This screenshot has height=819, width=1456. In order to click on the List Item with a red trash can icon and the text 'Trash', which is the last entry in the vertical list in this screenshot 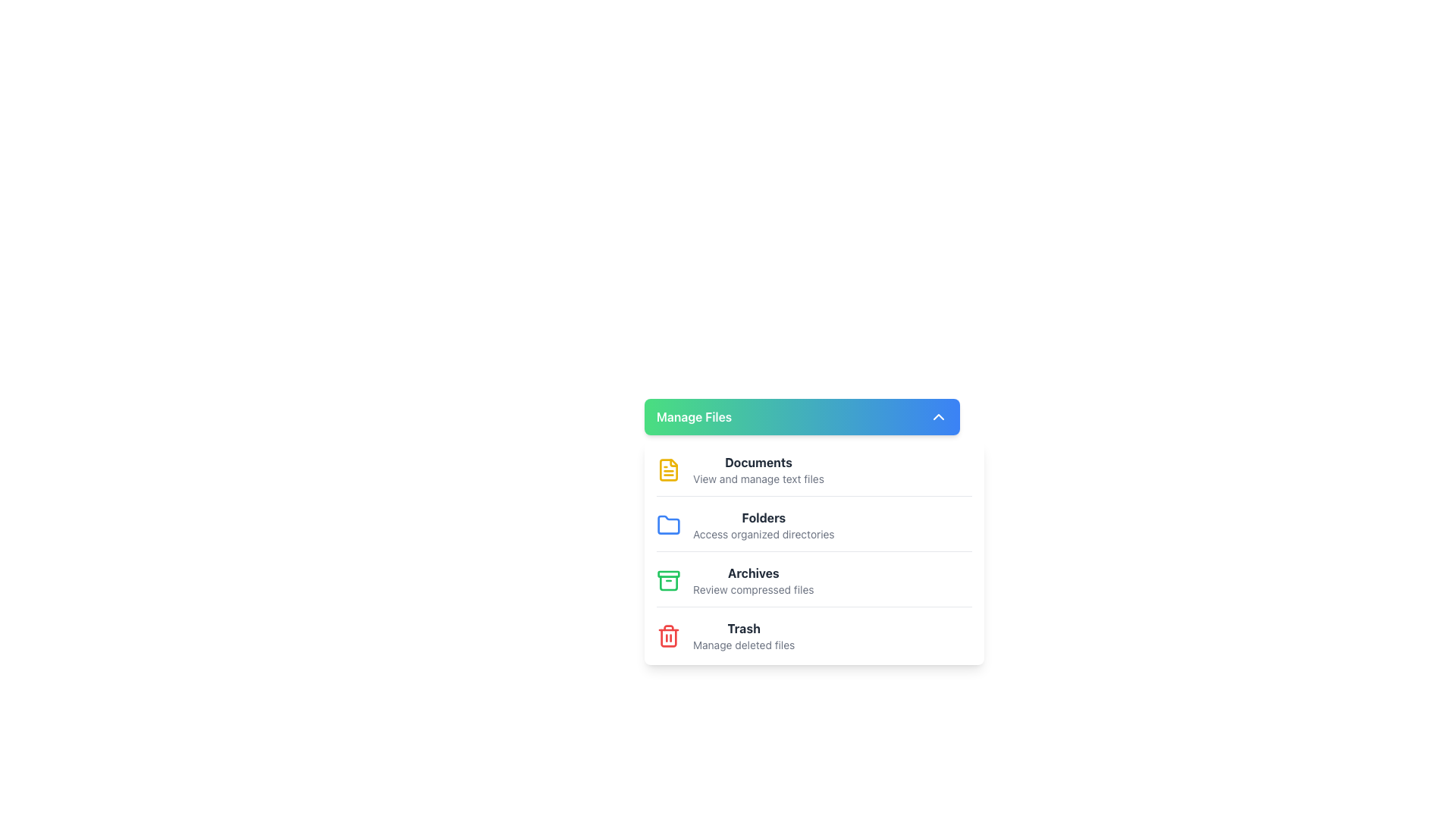, I will do `click(814, 636)`.